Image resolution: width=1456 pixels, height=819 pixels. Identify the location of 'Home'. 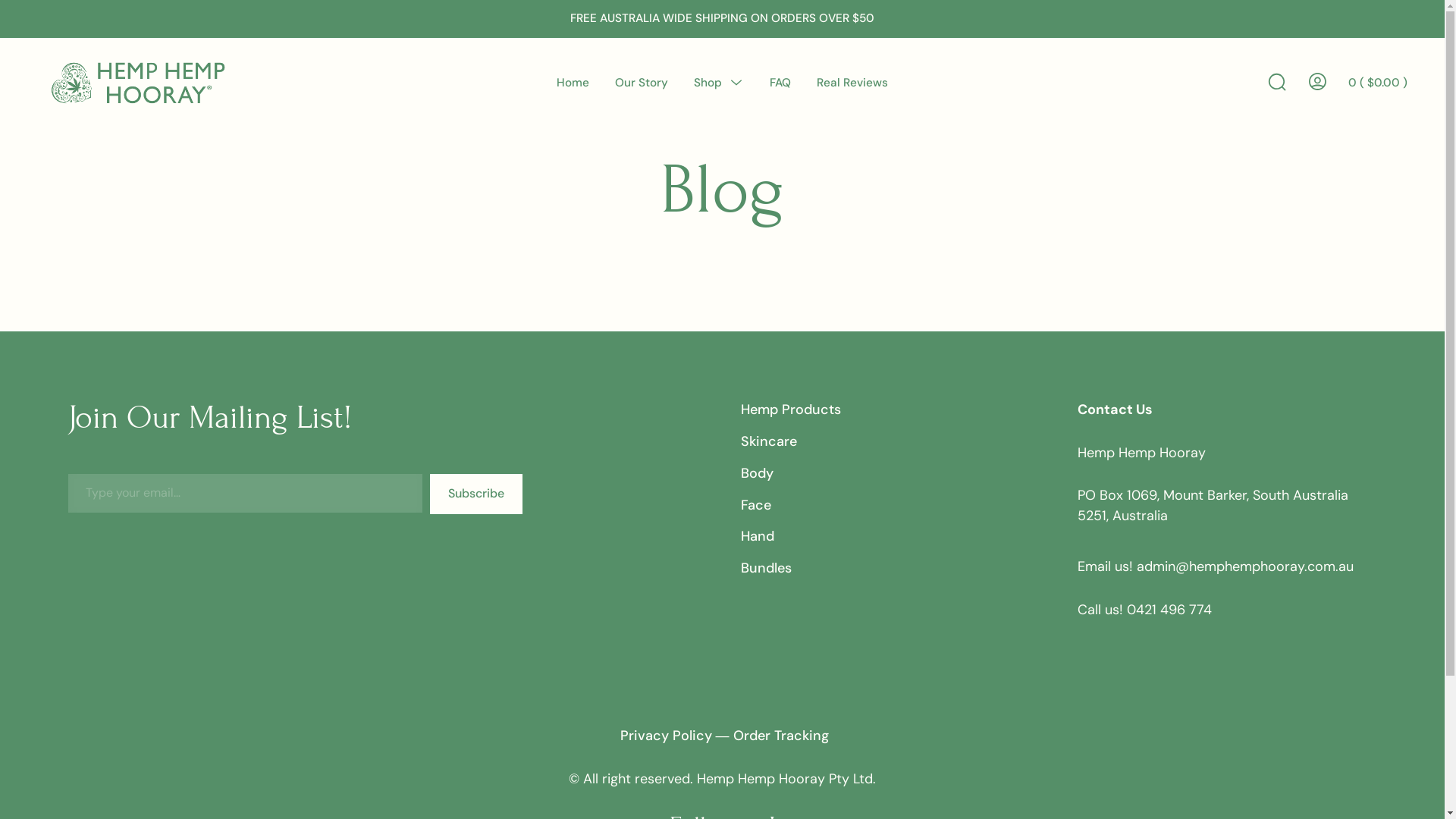
(572, 82).